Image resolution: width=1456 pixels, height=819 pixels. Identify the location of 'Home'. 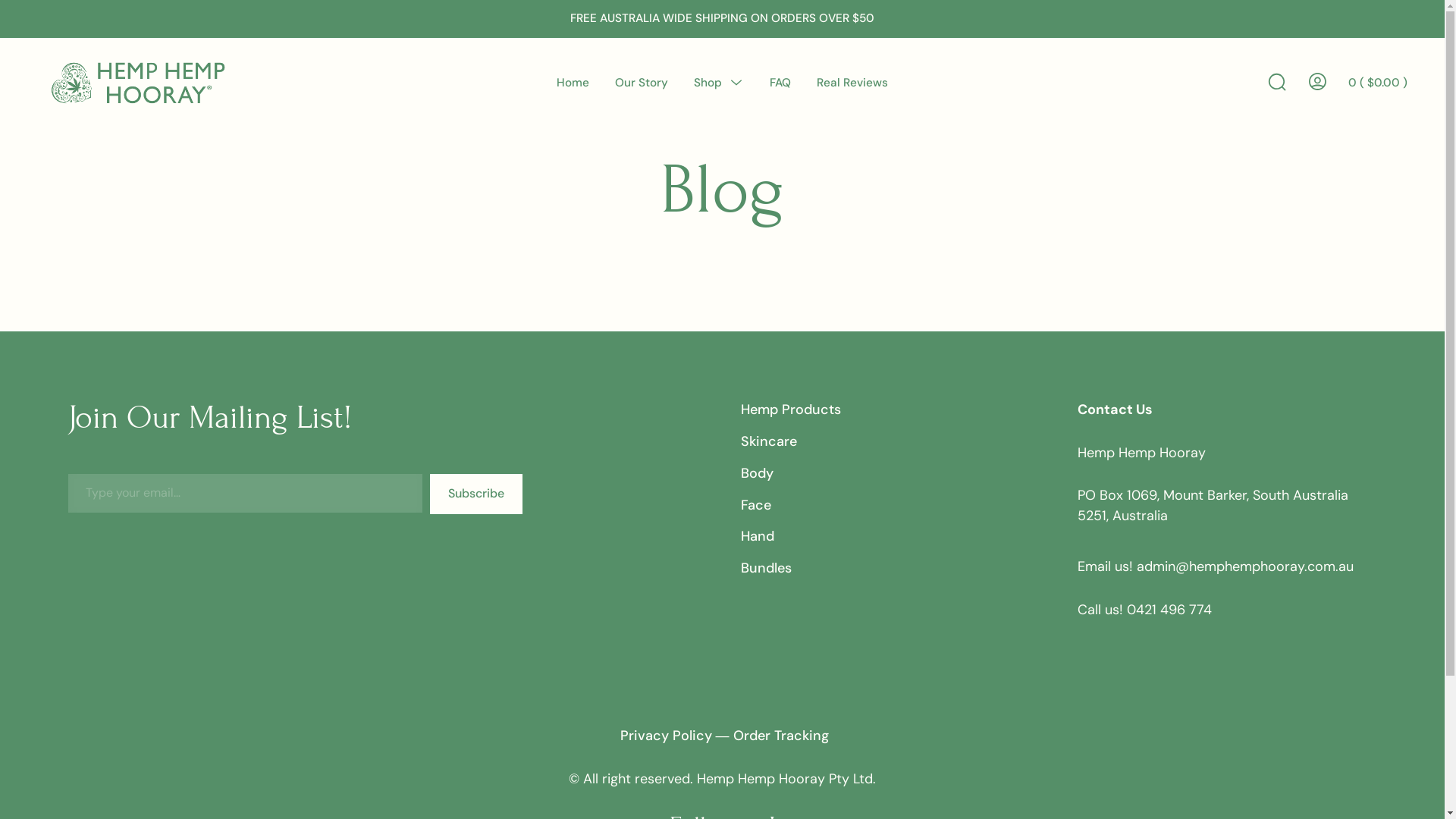
(572, 82).